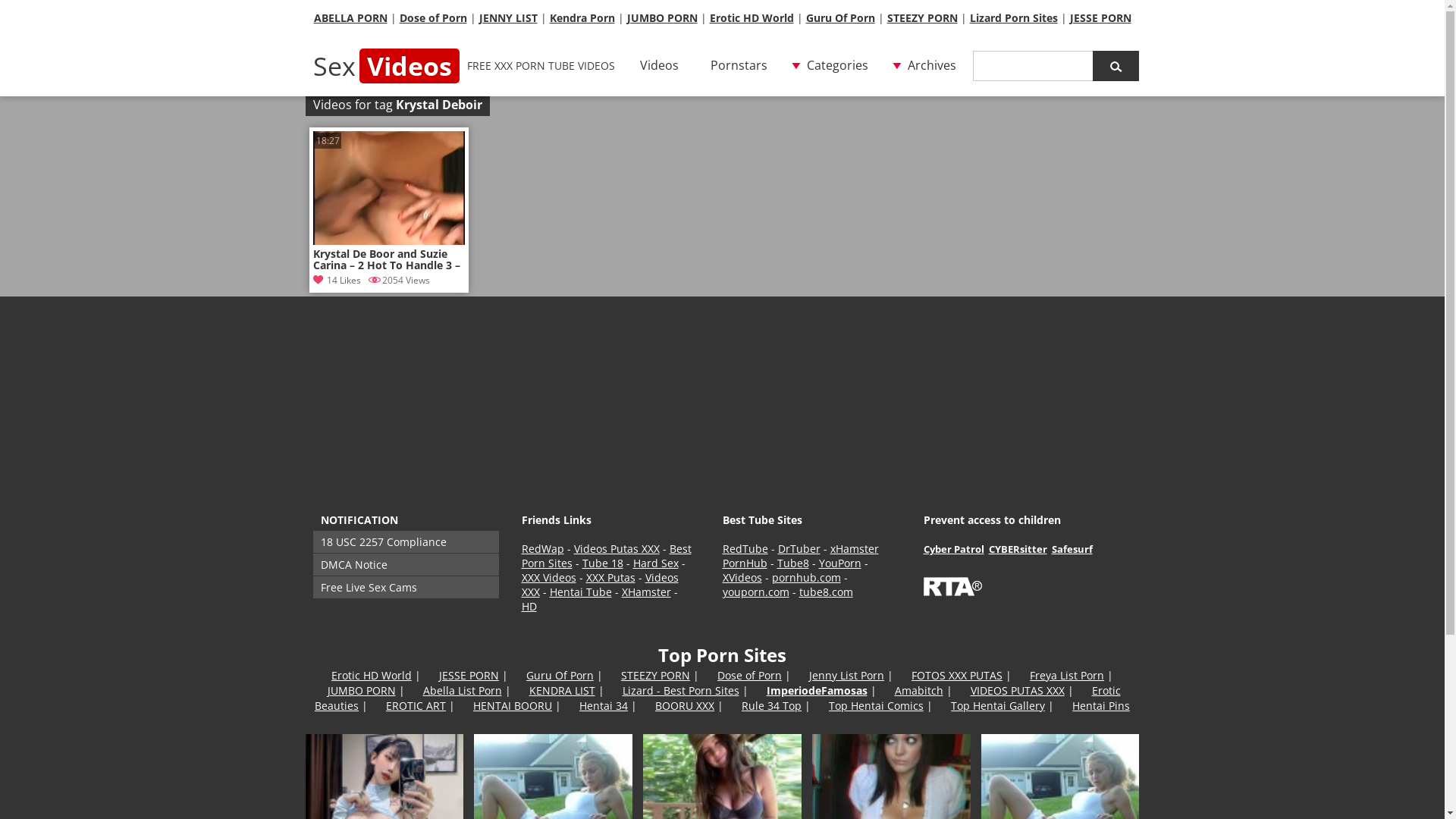 This screenshot has width=1456, height=819. Describe the element at coordinates (1065, 674) in the screenshot. I see `'Freya List Porn'` at that location.